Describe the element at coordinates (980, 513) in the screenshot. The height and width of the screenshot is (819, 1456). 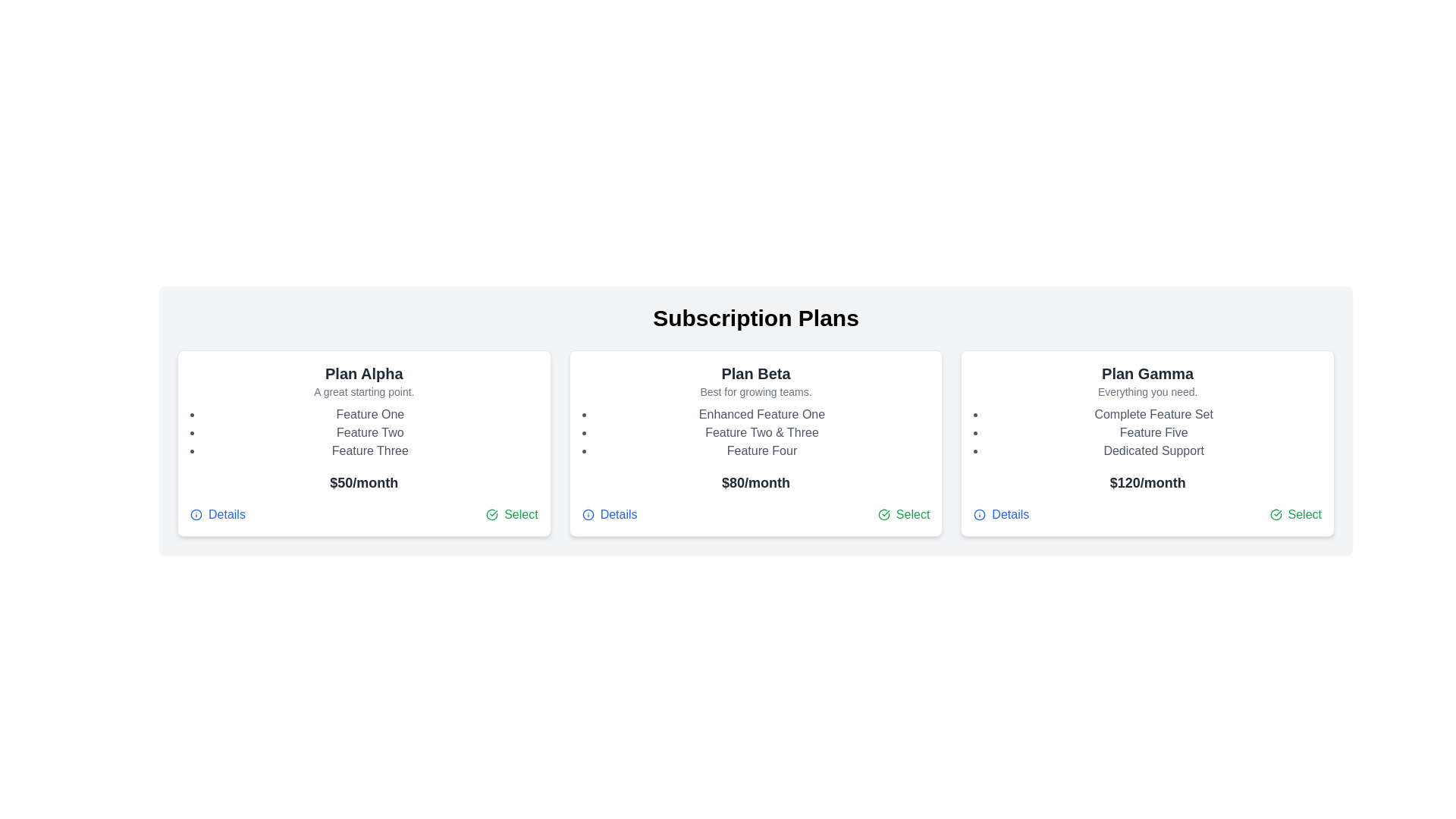
I see `the small blue circular icon with an 'i' in the center, located to the left of the 'Details' text link under the 'Plan Gamma' subscription card` at that location.